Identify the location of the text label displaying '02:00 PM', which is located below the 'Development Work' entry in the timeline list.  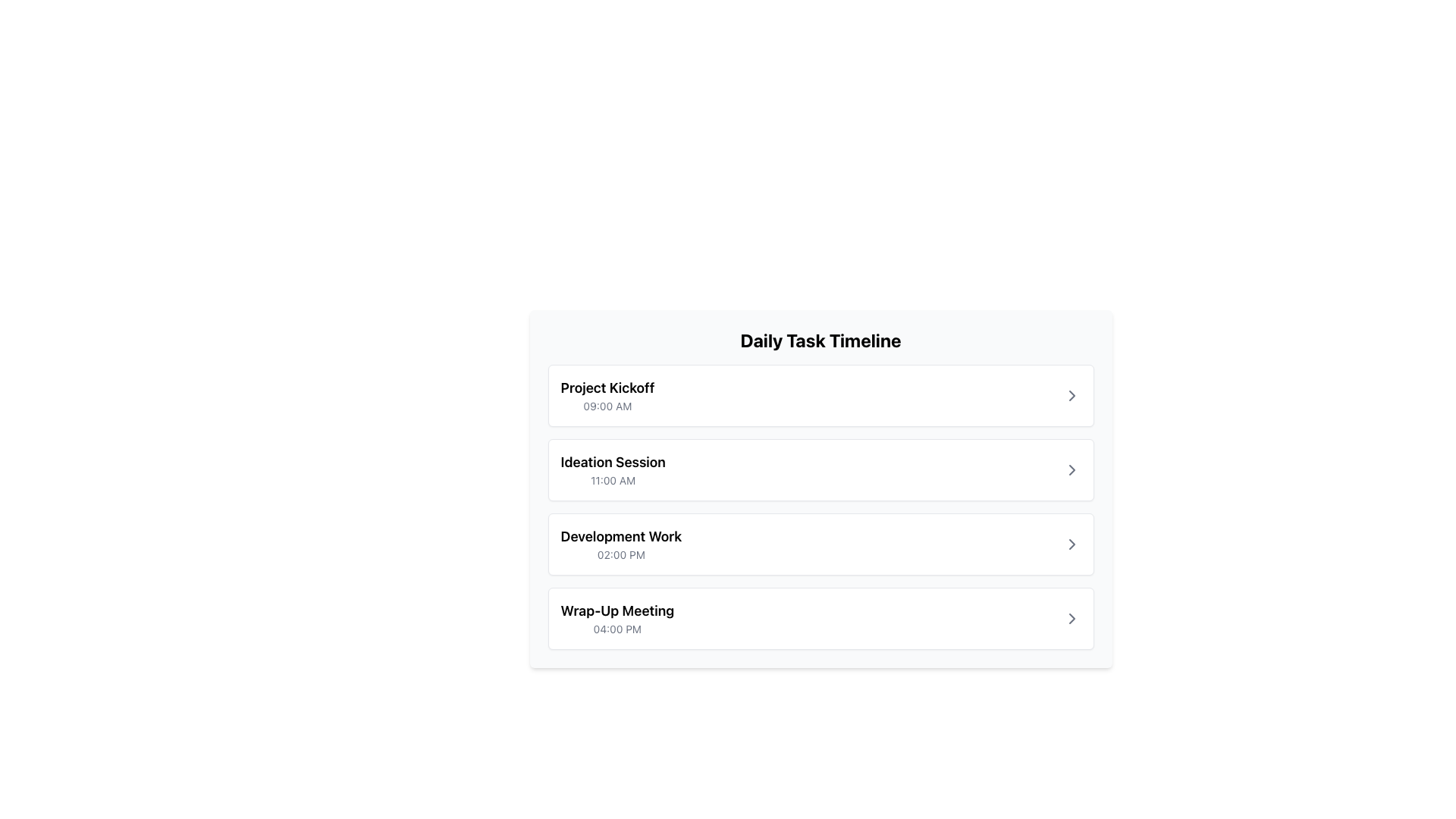
(621, 555).